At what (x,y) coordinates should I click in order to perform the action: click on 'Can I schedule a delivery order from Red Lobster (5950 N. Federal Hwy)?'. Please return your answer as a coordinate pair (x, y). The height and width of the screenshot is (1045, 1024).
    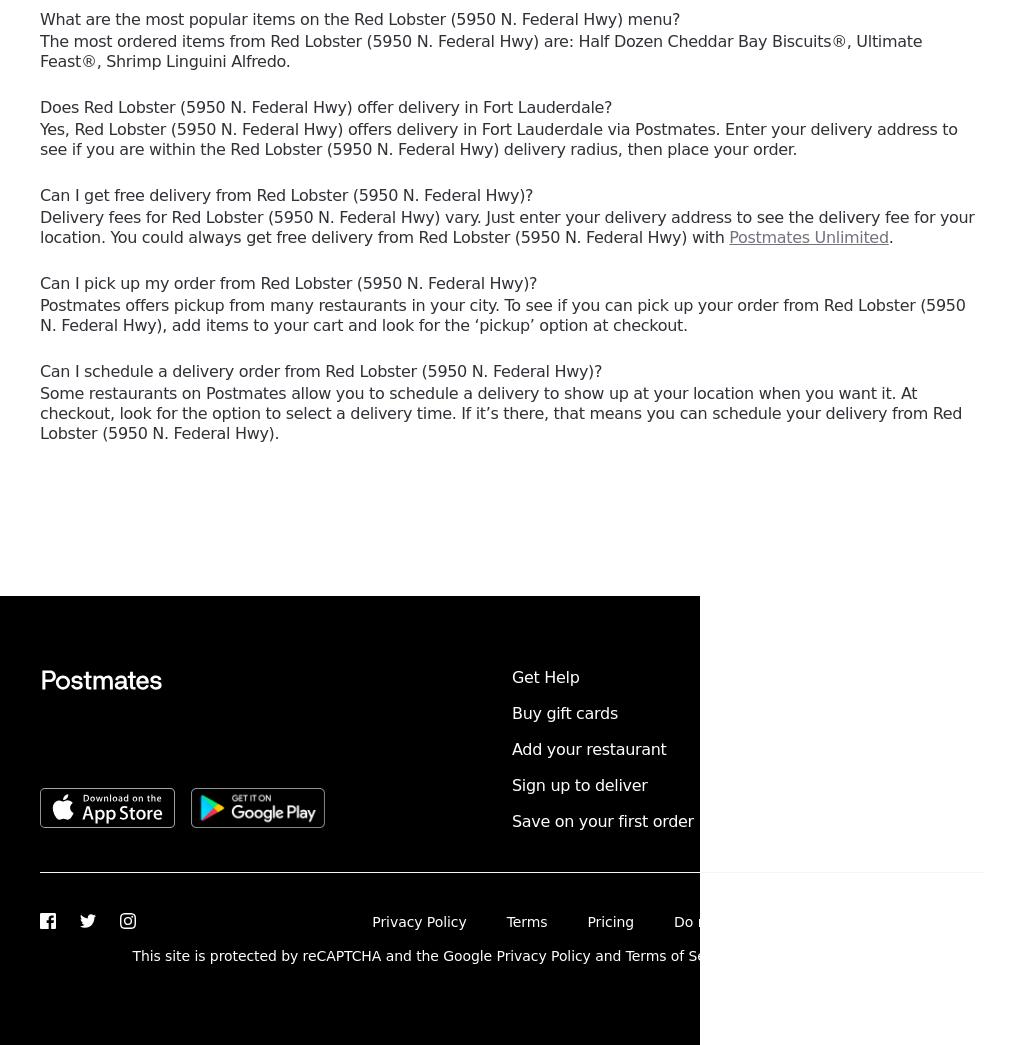
    Looking at the image, I should click on (320, 370).